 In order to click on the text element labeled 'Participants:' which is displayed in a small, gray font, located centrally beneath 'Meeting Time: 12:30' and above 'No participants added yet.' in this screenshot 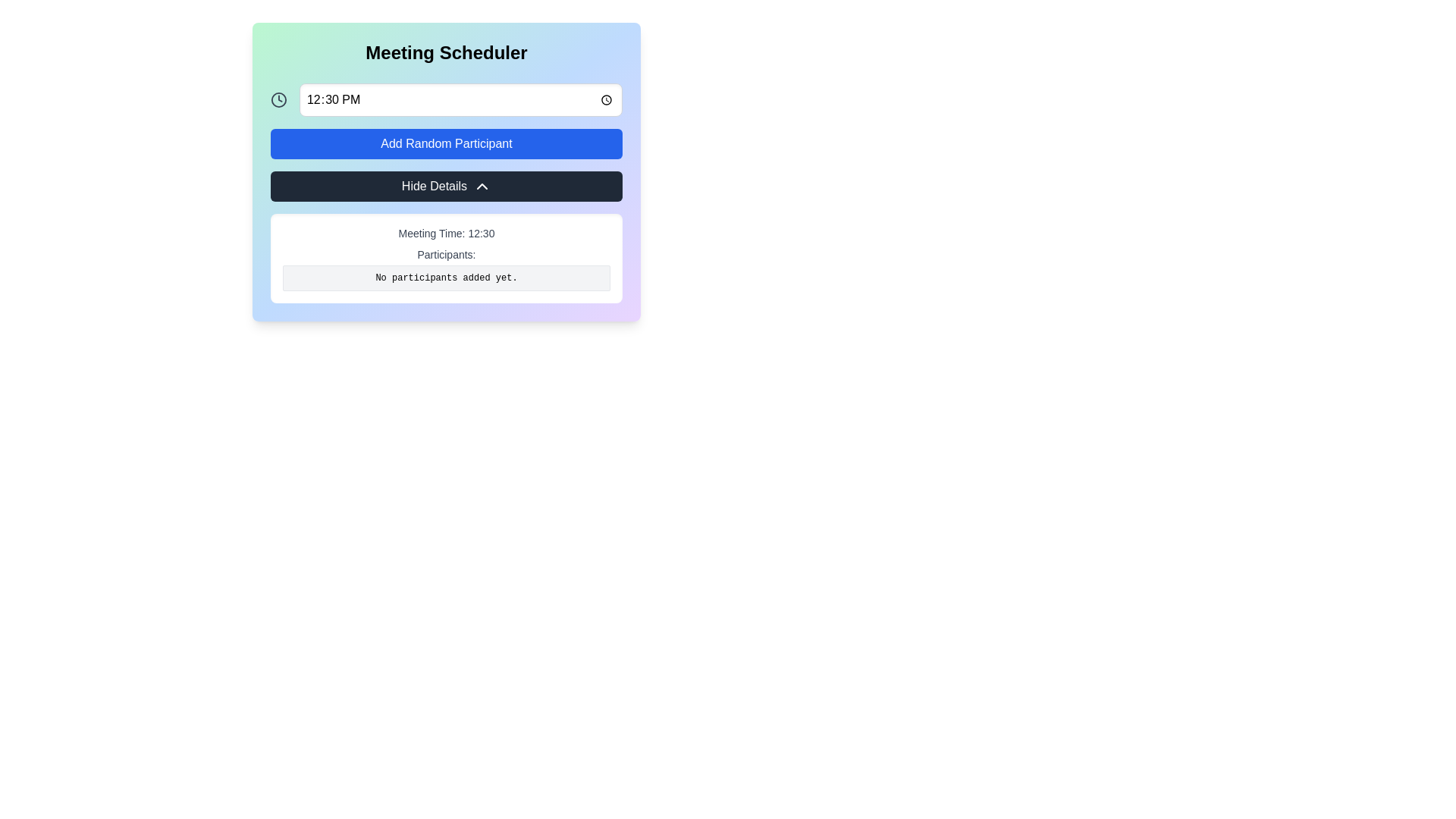, I will do `click(446, 253)`.